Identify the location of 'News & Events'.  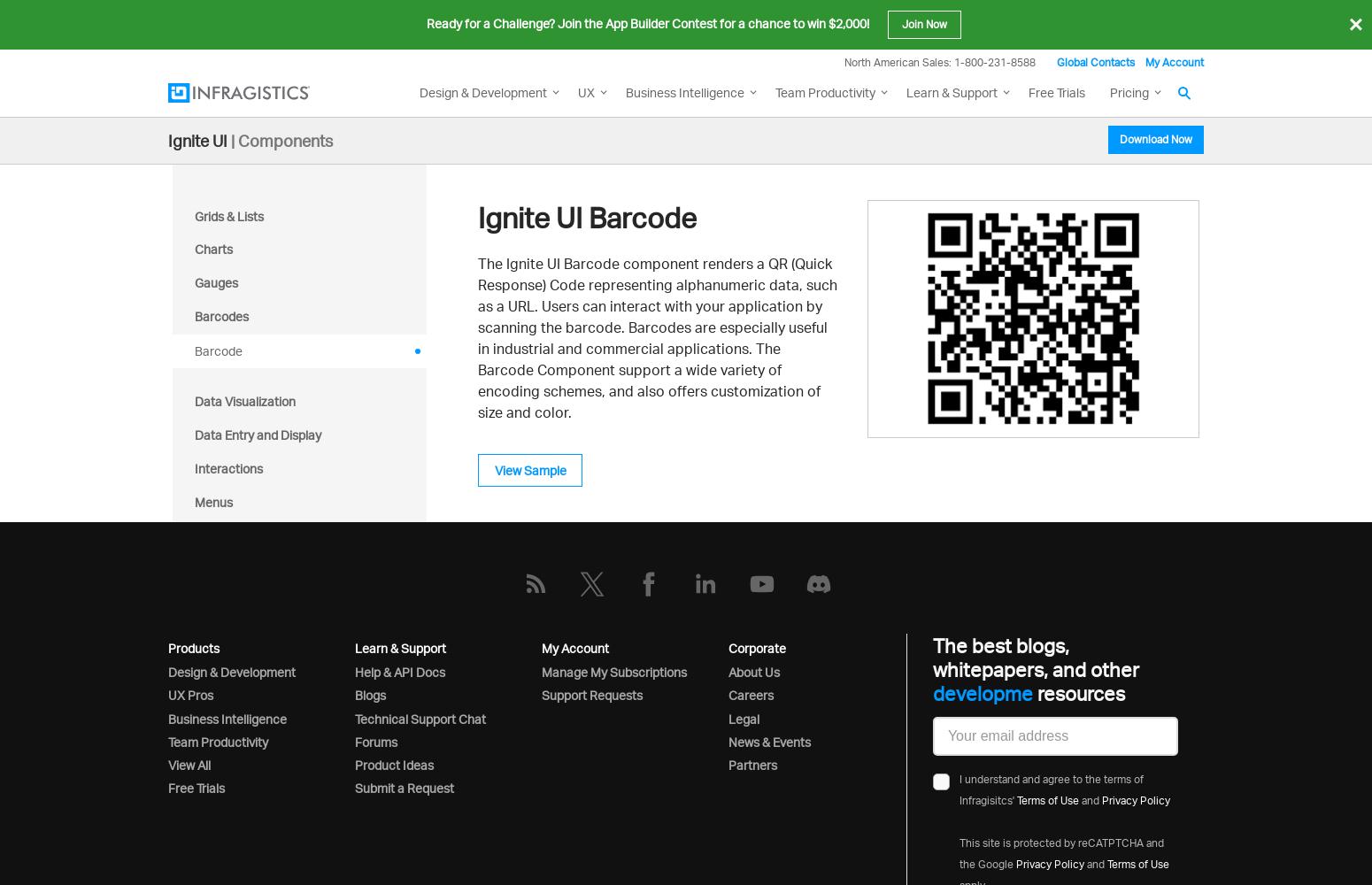
(769, 740).